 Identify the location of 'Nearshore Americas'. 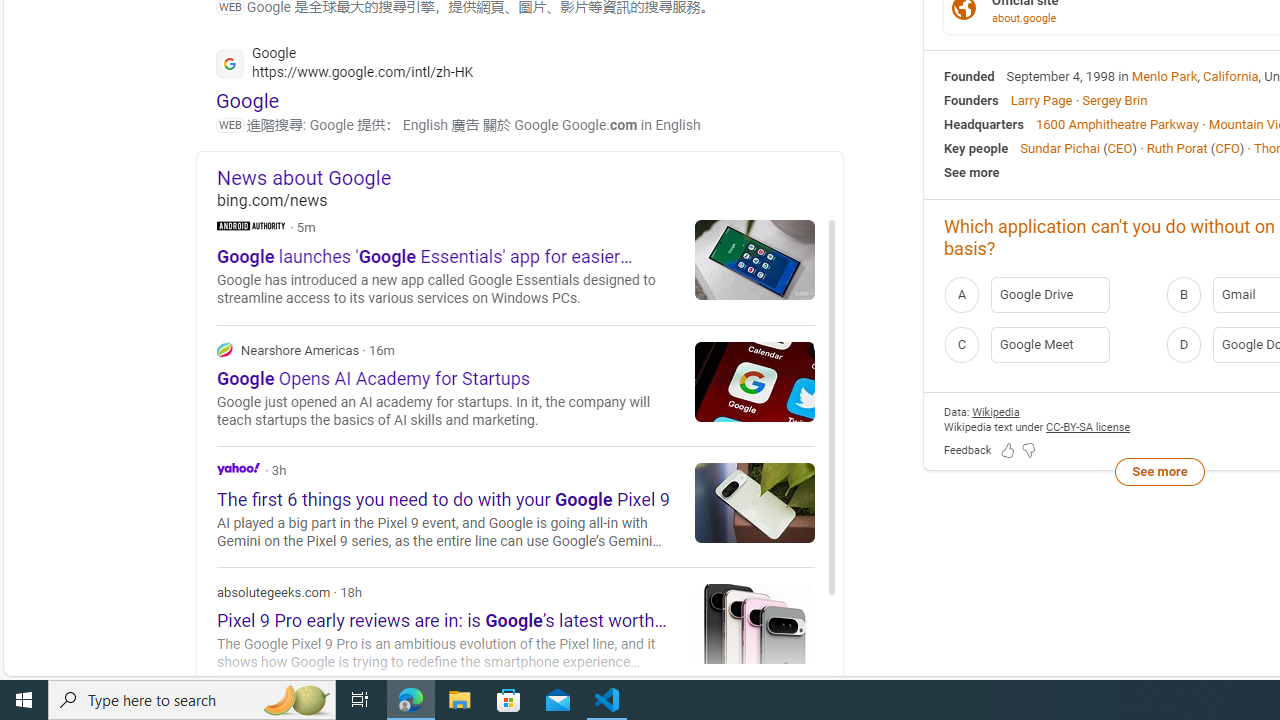
(225, 348).